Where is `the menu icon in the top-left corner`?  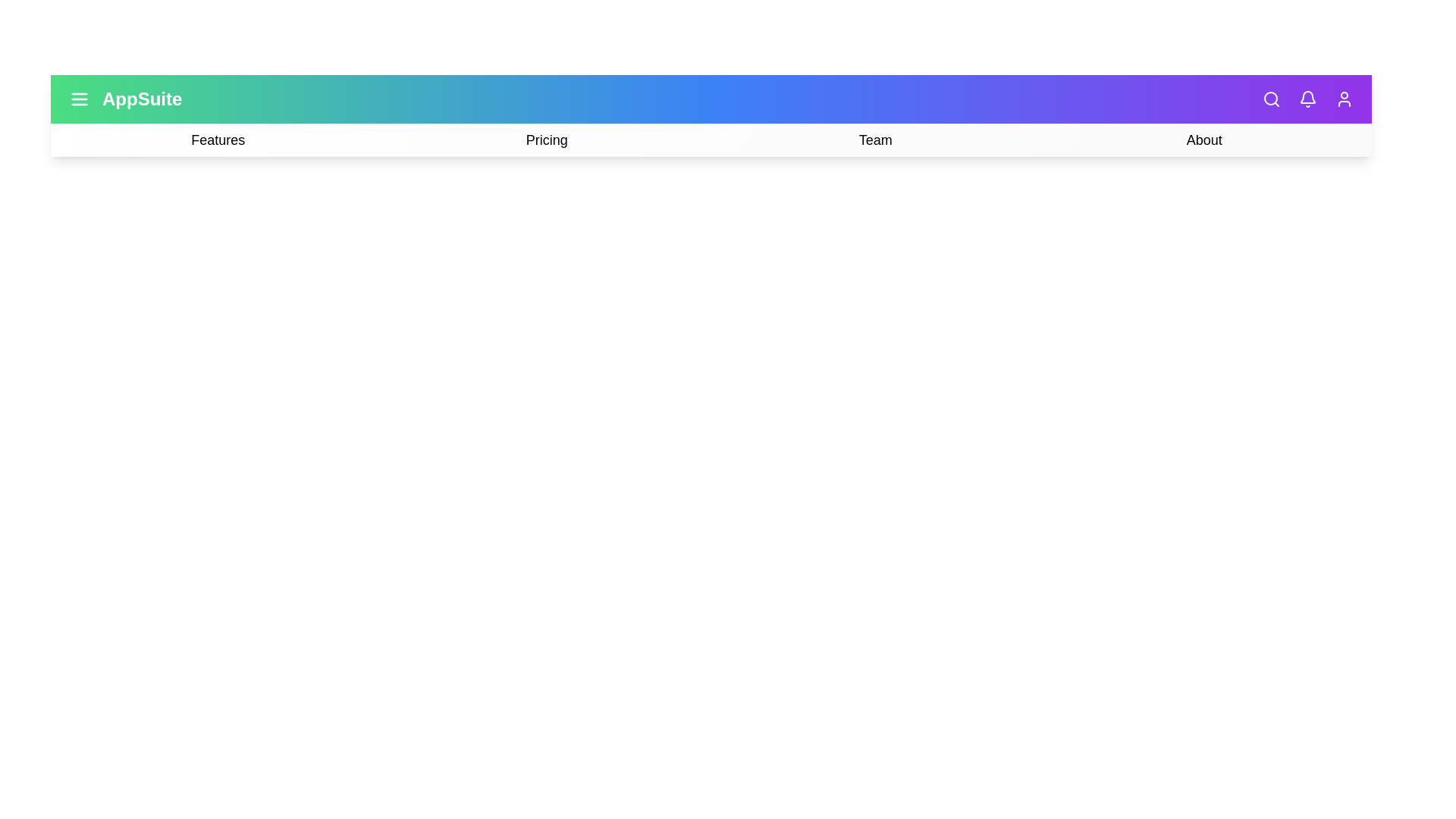
the menu icon in the top-left corner is located at coordinates (79, 99).